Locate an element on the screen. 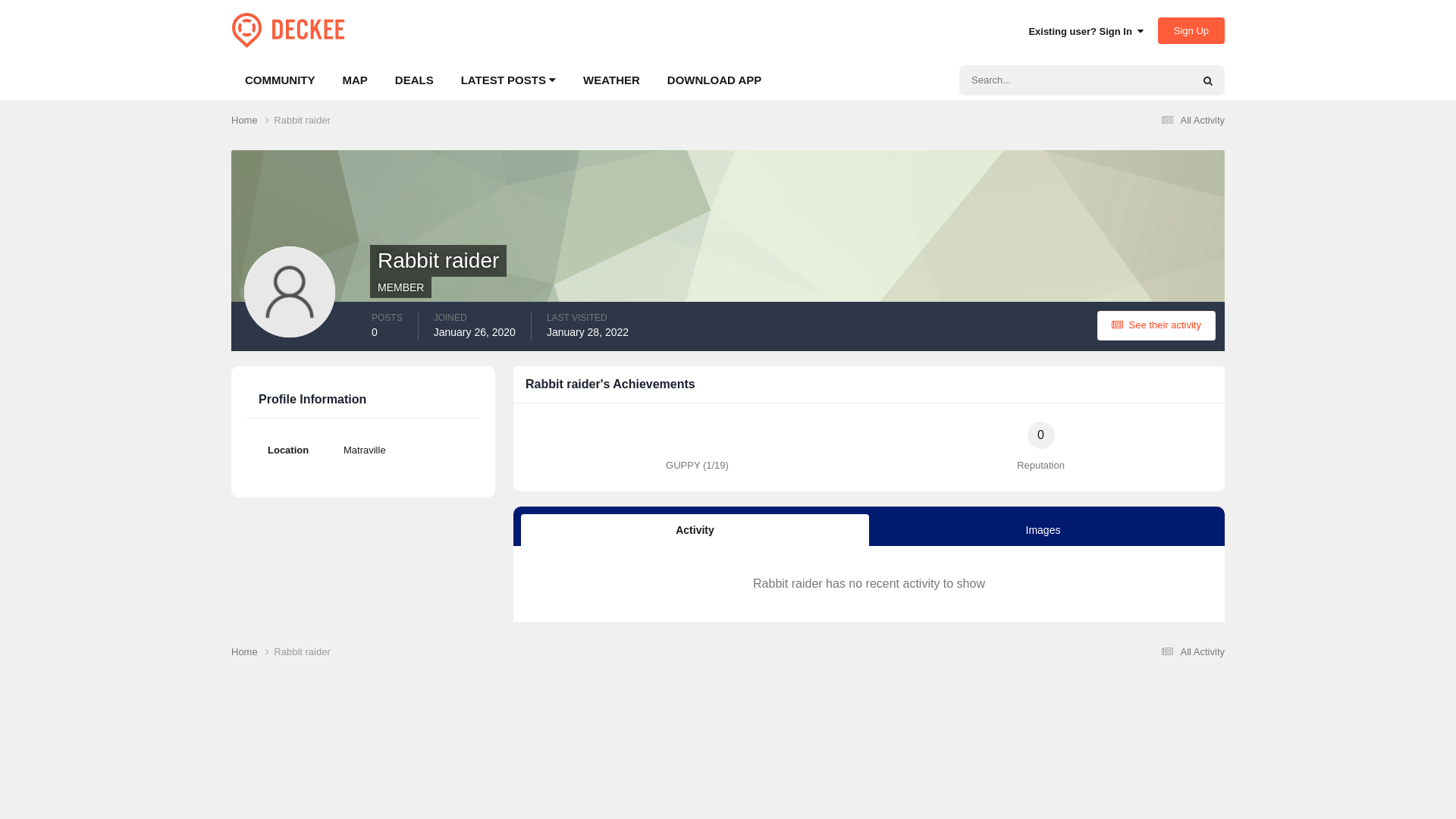 The height and width of the screenshot is (819, 1456). 'MAP' is located at coordinates (354, 80).